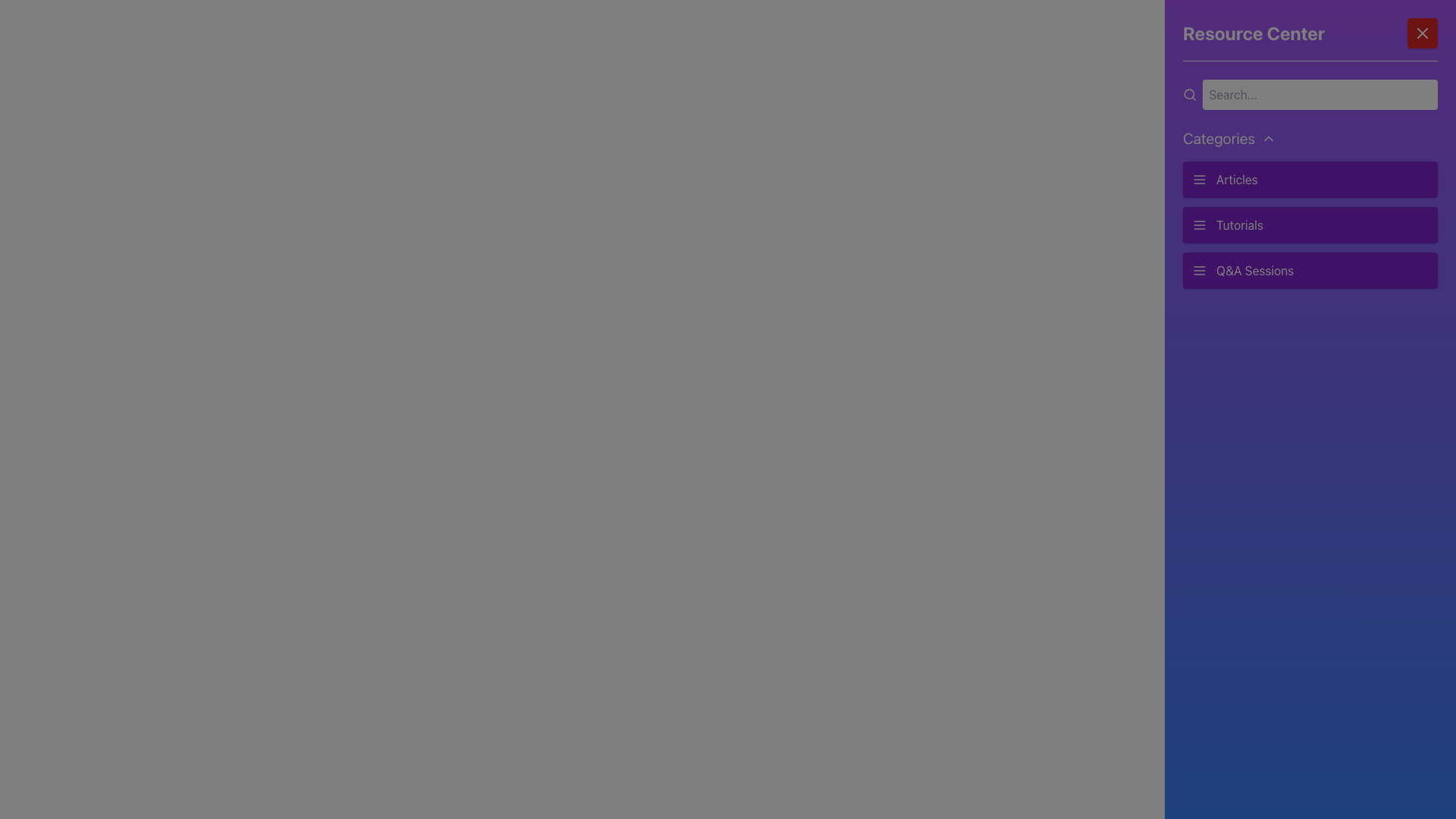 The height and width of the screenshot is (819, 1456). Describe the element at coordinates (1310, 270) in the screenshot. I see `the clickable list item with a purple background labeled 'Q&A Sessions'` at that location.